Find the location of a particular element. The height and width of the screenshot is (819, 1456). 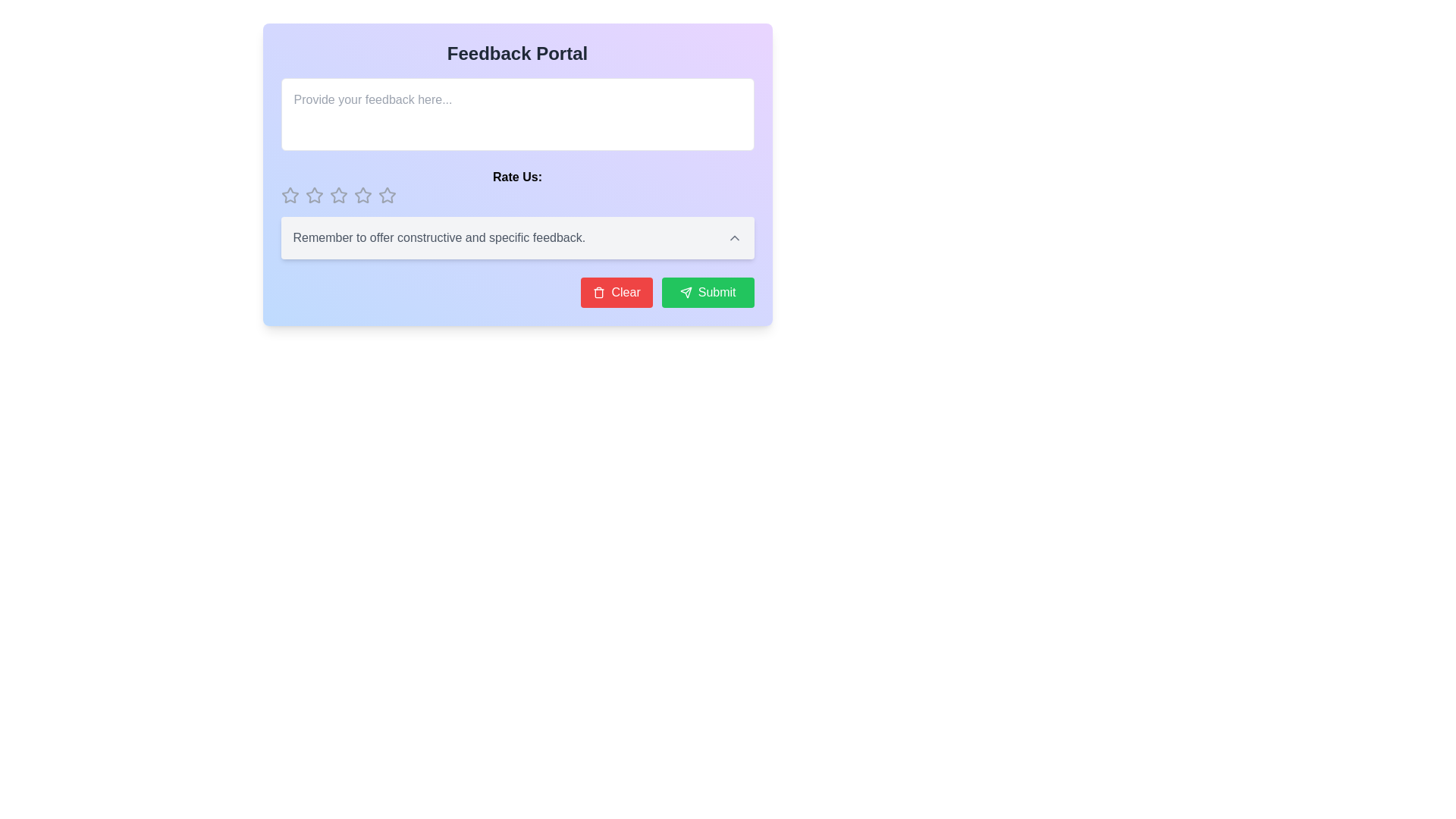

the second star icon in the five-star rating system located below the 'Rate Us' label within the feedback form UI is located at coordinates (337, 194).